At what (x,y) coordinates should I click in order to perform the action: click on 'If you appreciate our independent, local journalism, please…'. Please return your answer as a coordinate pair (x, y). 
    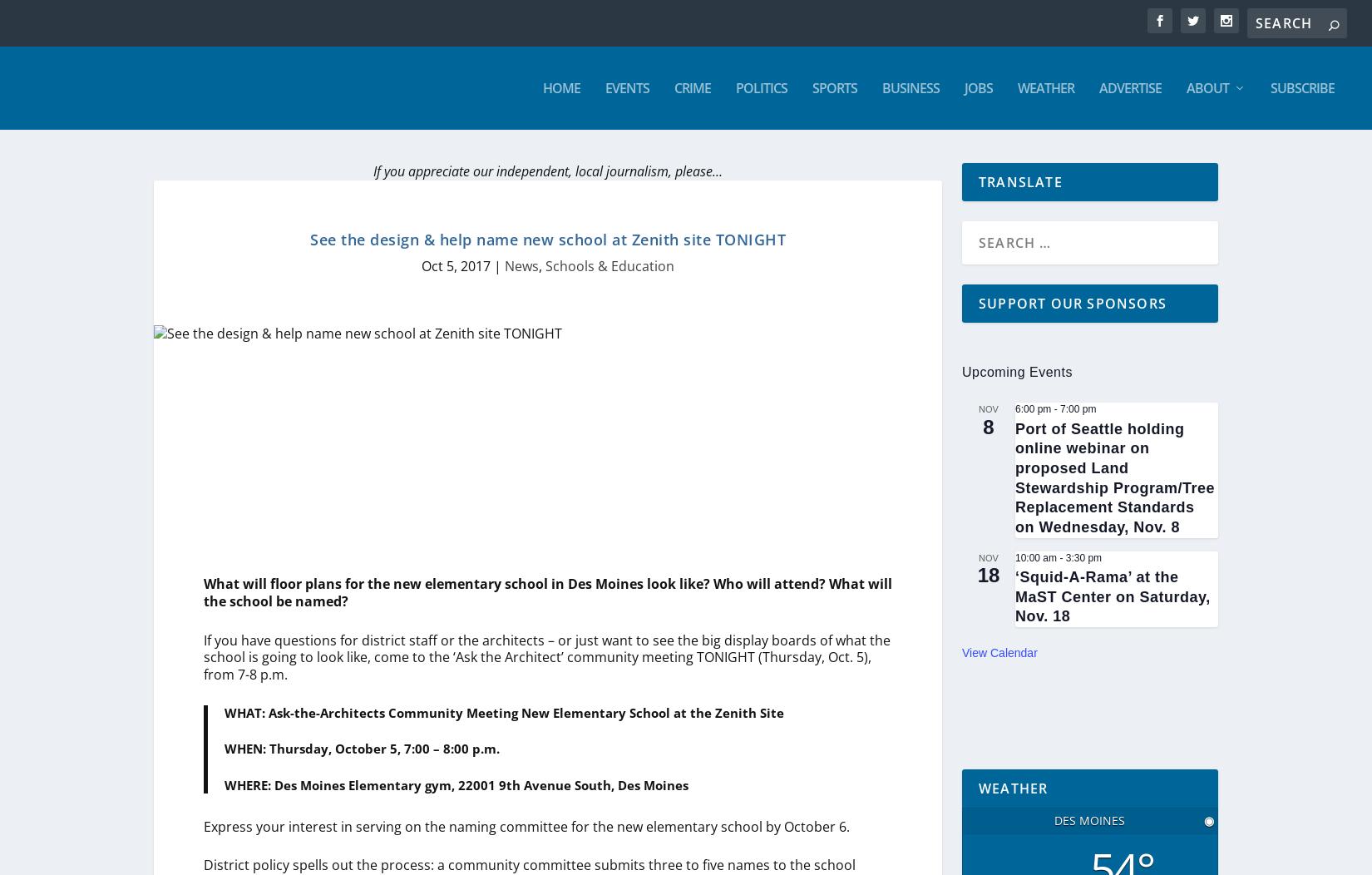
    Looking at the image, I should click on (547, 171).